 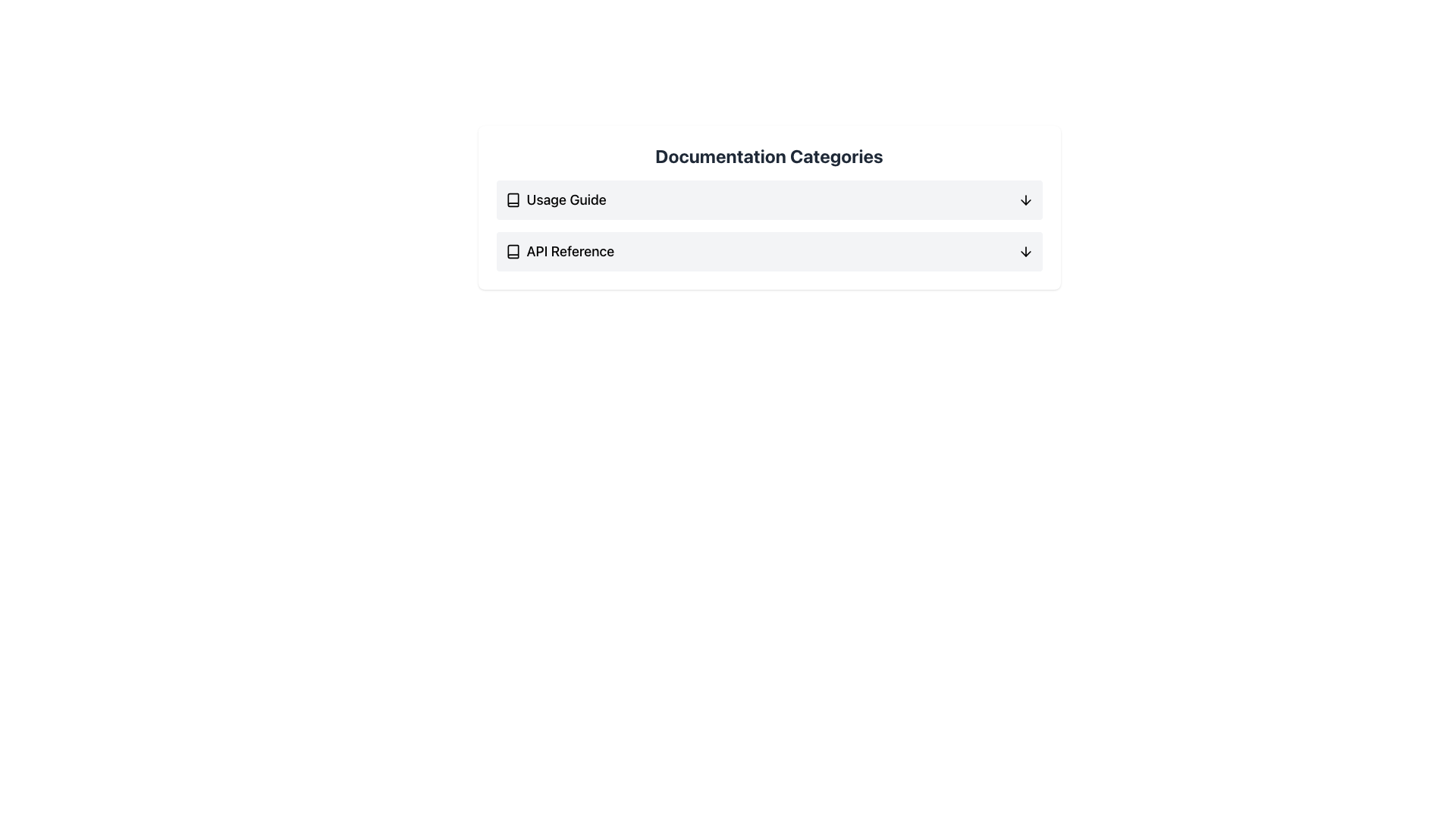 I want to click on the 'Usage Guide' text with icon, which is styled in bold and positioned on the left side of the first item in the documentation categories list, so click(x=555, y=199).